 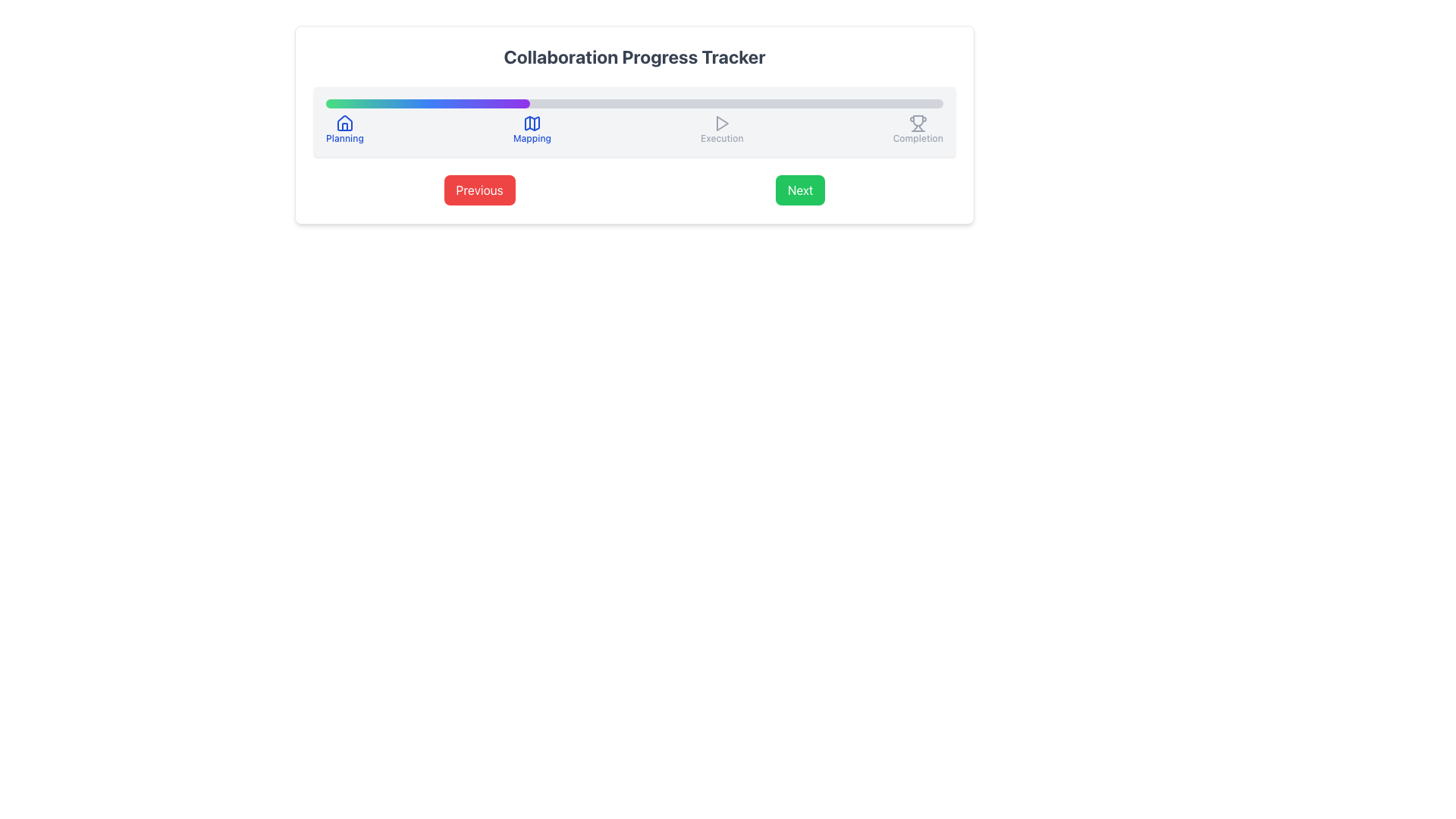 I want to click on the Step indicator labeled 'Mapping', which features a blue map icon above the text, positioned between 'Planning' and 'Execution' in the step tracker, so click(x=532, y=128).